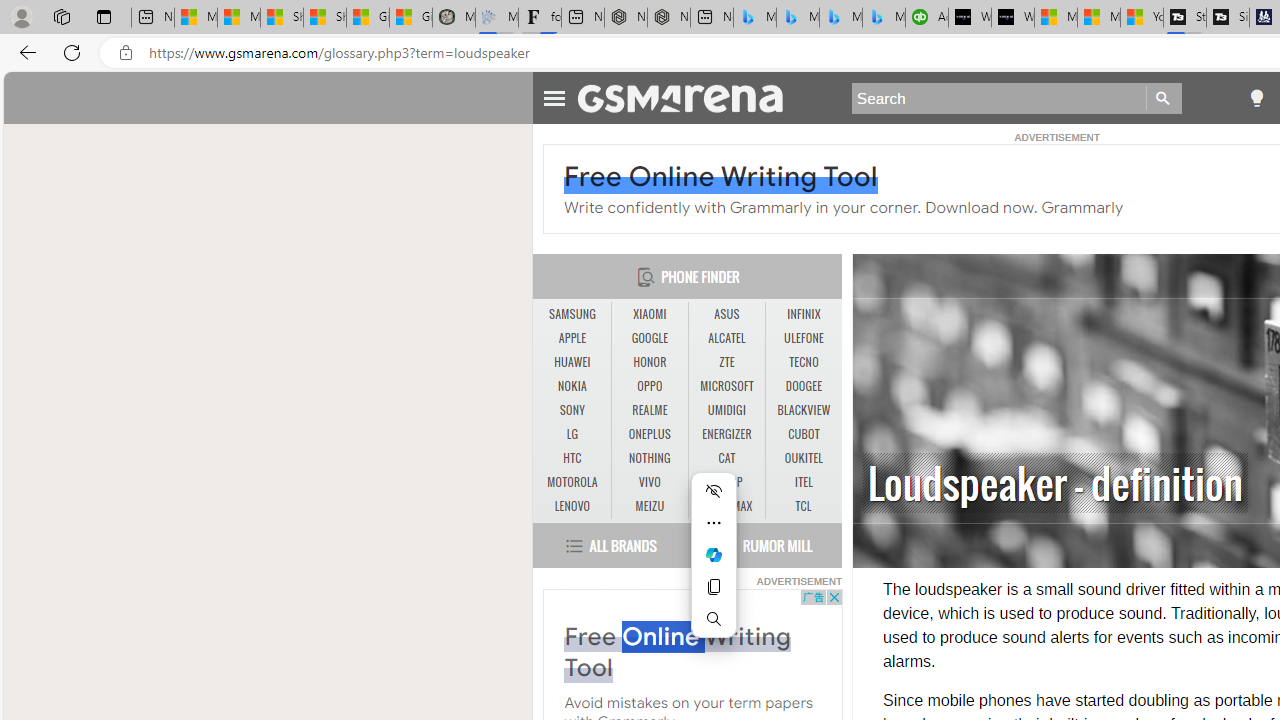 The image size is (1280, 720). What do you see at coordinates (726, 315) in the screenshot?
I see `'ASUS'` at bounding box center [726, 315].